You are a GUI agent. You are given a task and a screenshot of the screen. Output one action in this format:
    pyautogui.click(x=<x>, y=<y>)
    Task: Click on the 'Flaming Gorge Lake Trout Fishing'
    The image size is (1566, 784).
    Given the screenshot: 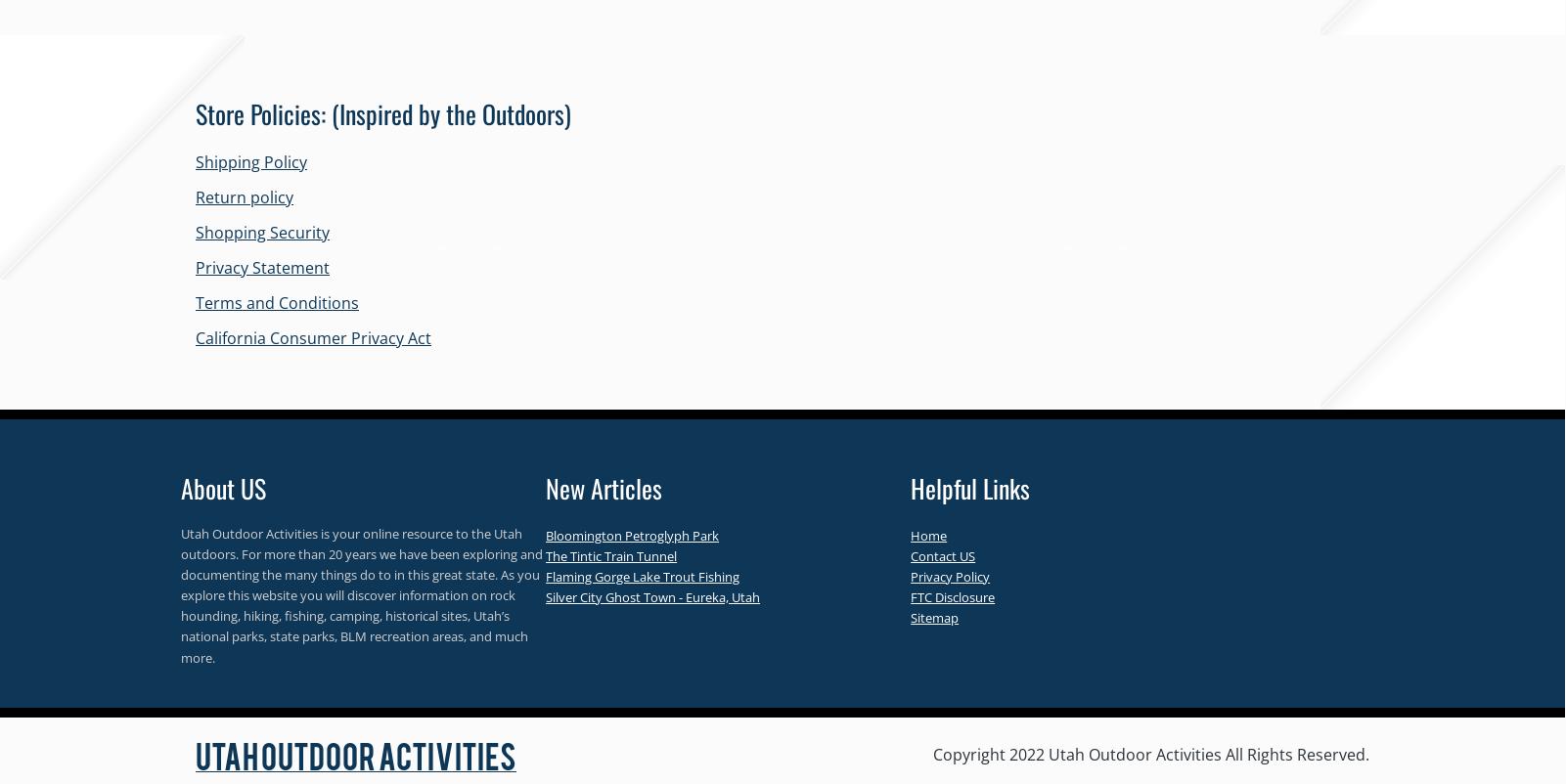 What is the action you would take?
    pyautogui.click(x=642, y=577)
    